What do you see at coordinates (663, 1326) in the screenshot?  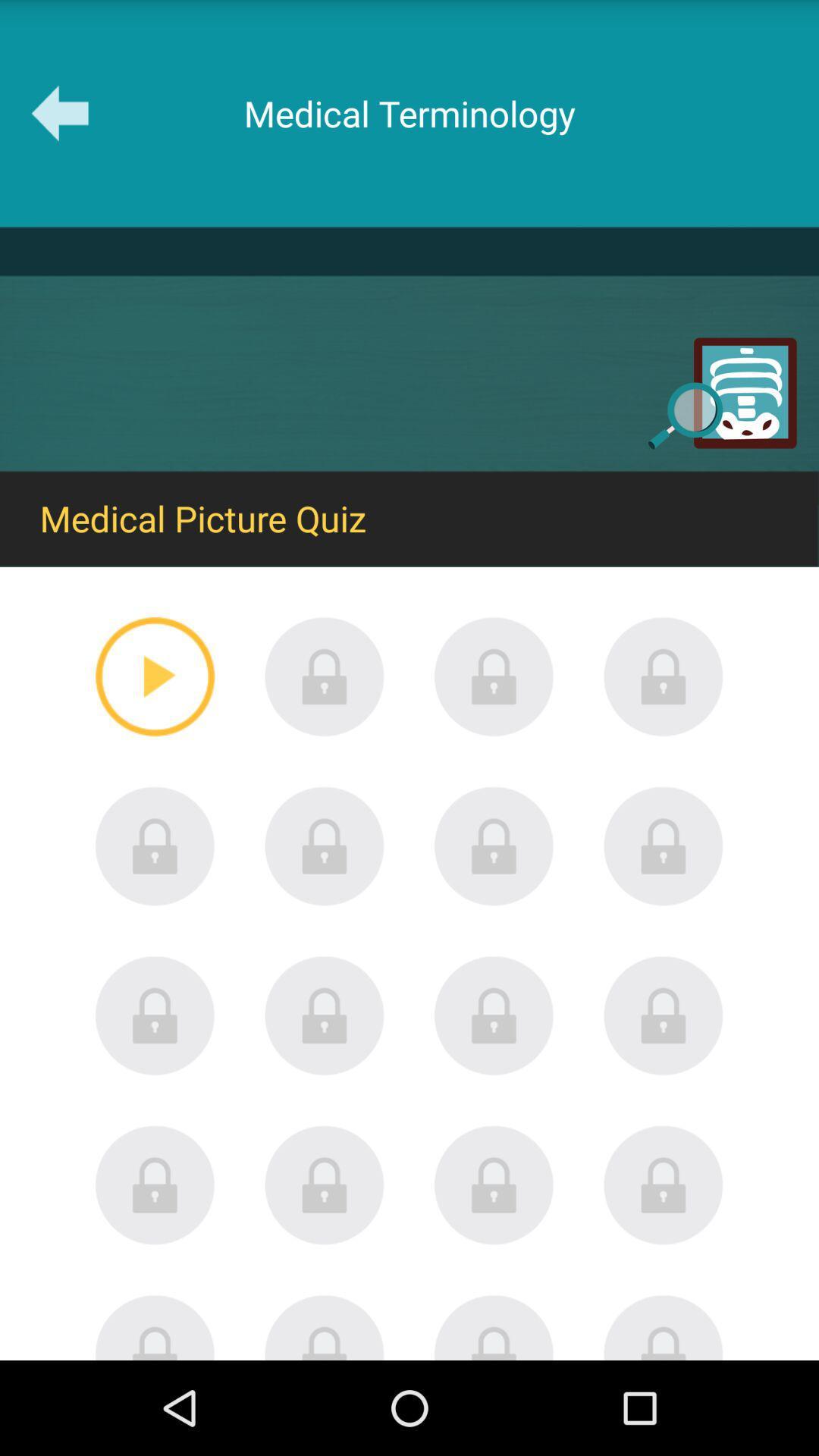 I see `unlock the quiz` at bounding box center [663, 1326].